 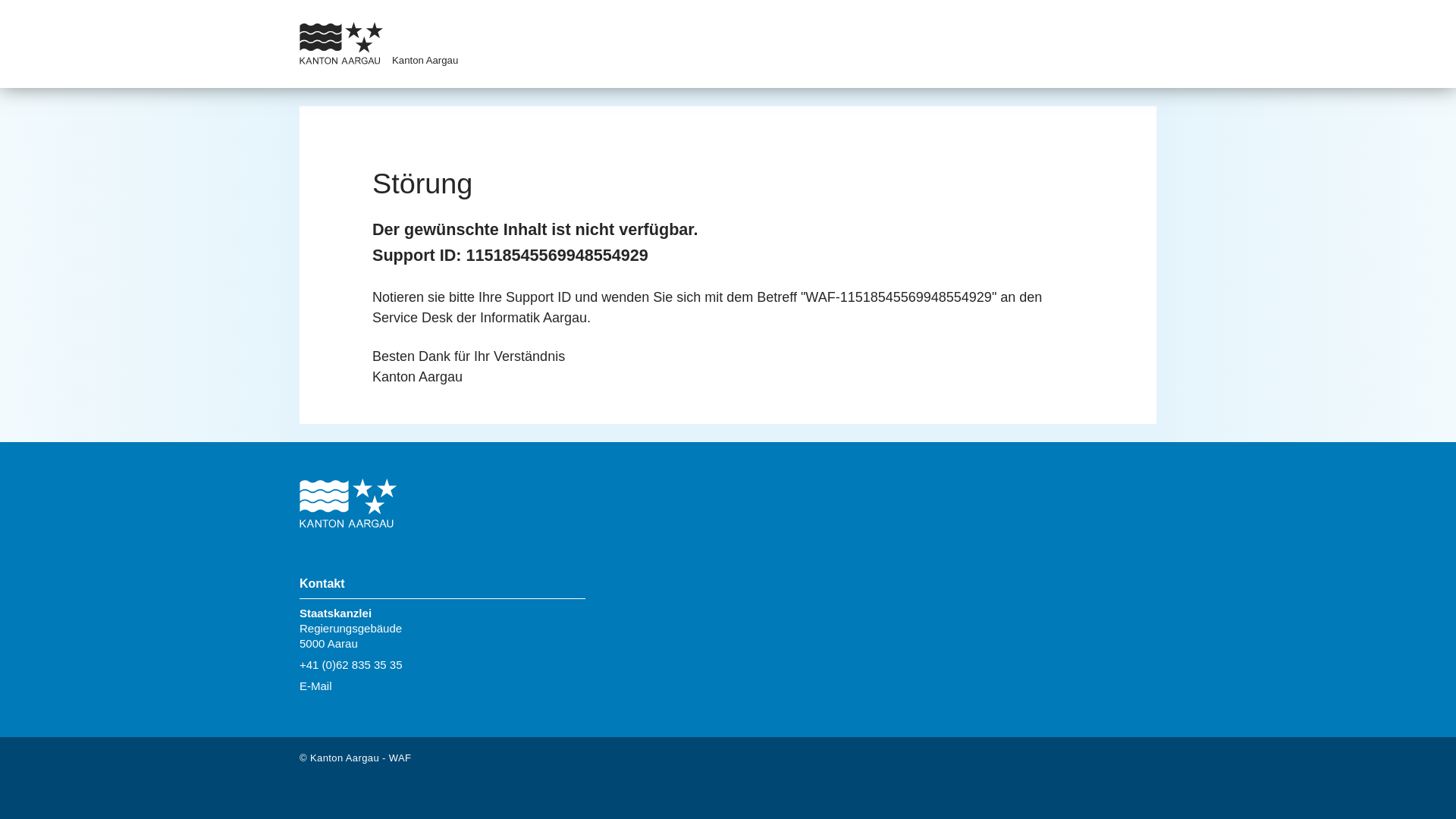 I want to click on 'Kanton Aargau Logo', so click(x=347, y=504).